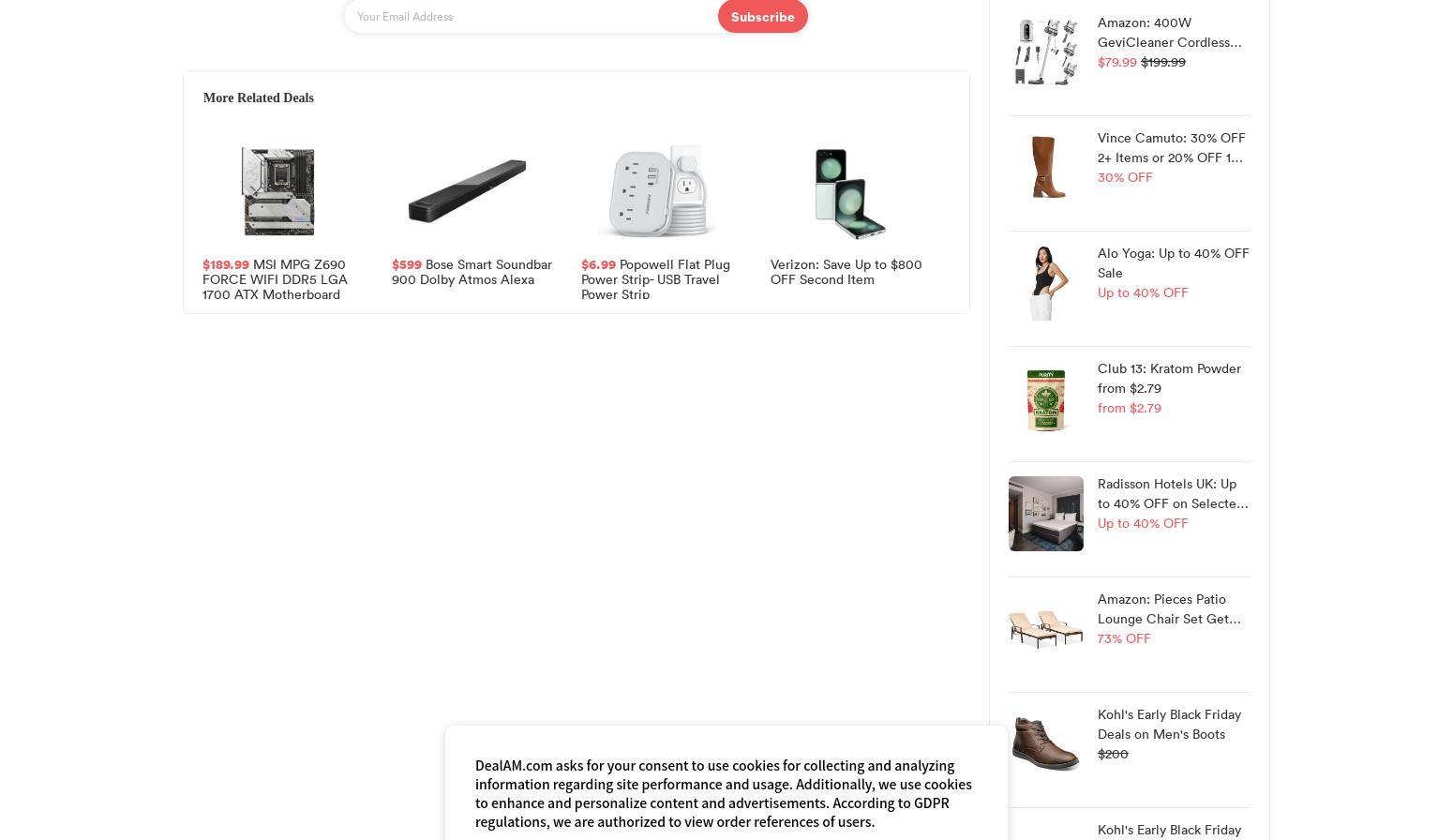 The width and height of the screenshot is (1453, 840). I want to click on 'Hexcal Inc.: Only $138.00 Desk Mat Bundle', so click(657, 476).